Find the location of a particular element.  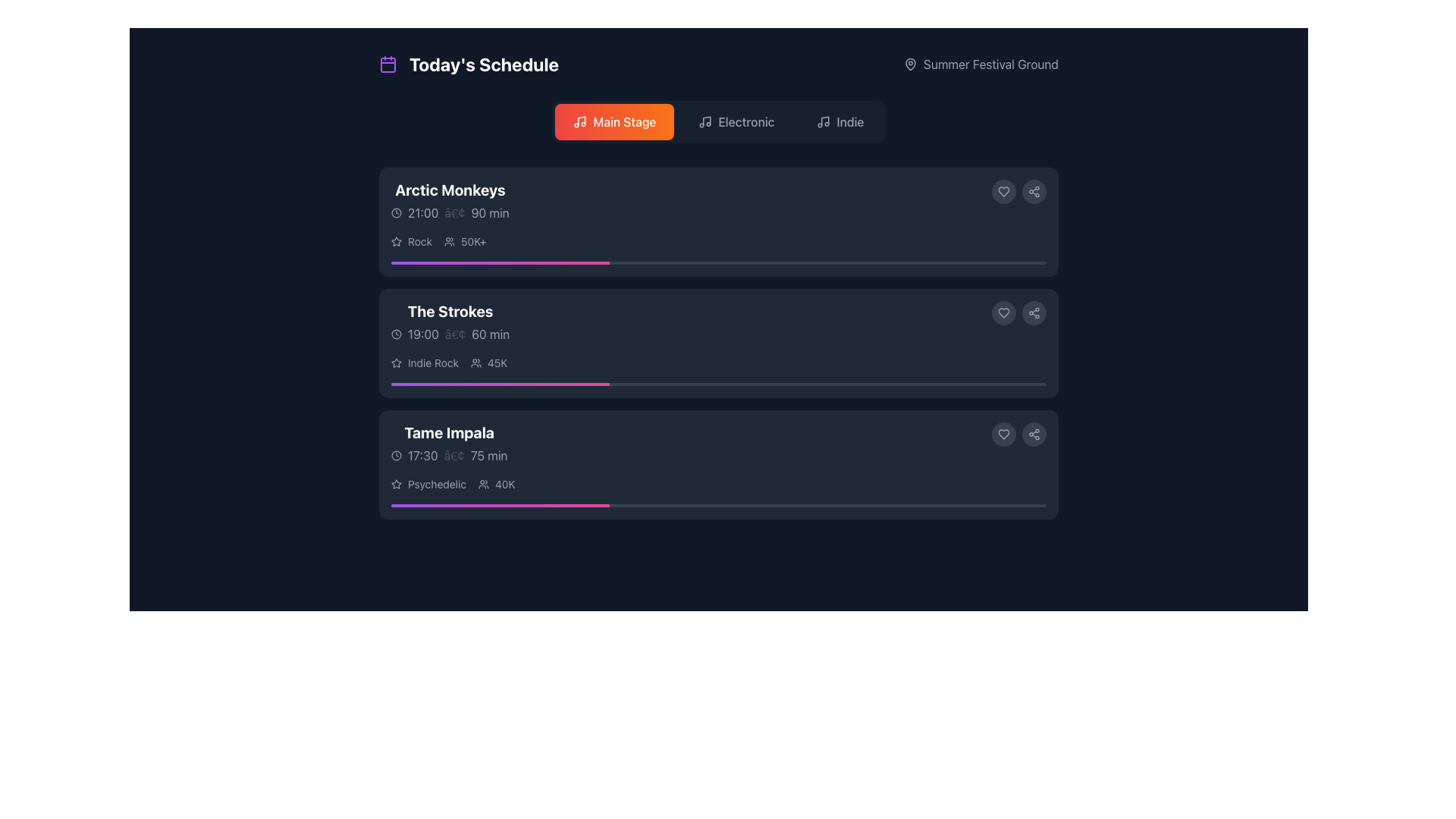

the music icon located to the left of the 'Main Stage' button, which is positioned below the 'Today's Schedule' title is located at coordinates (579, 121).